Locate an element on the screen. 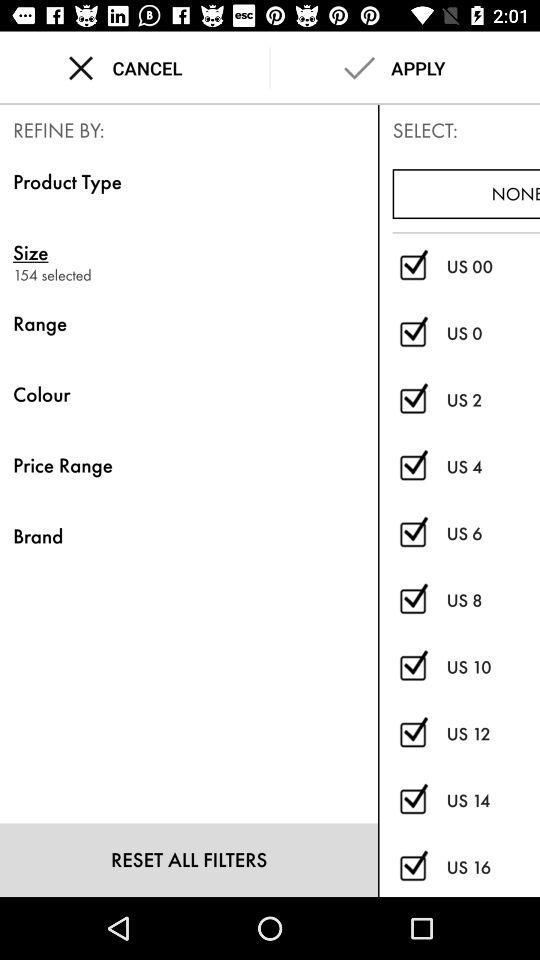 This screenshot has width=540, height=960. us size 6 is located at coordinates (412, 533).